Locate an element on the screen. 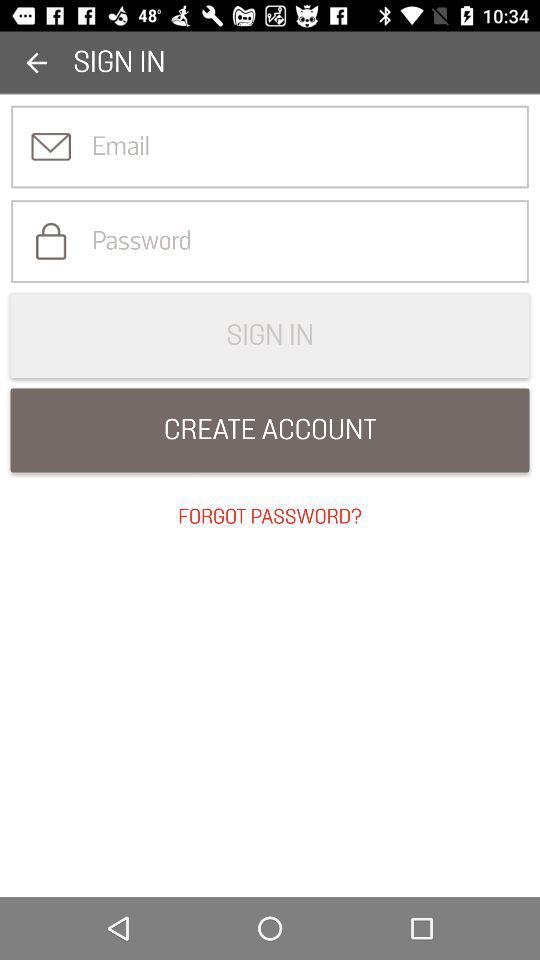 This screenshot has width=540, height=960. icon to the left of the sign in item is located at coordinates (36, 62).